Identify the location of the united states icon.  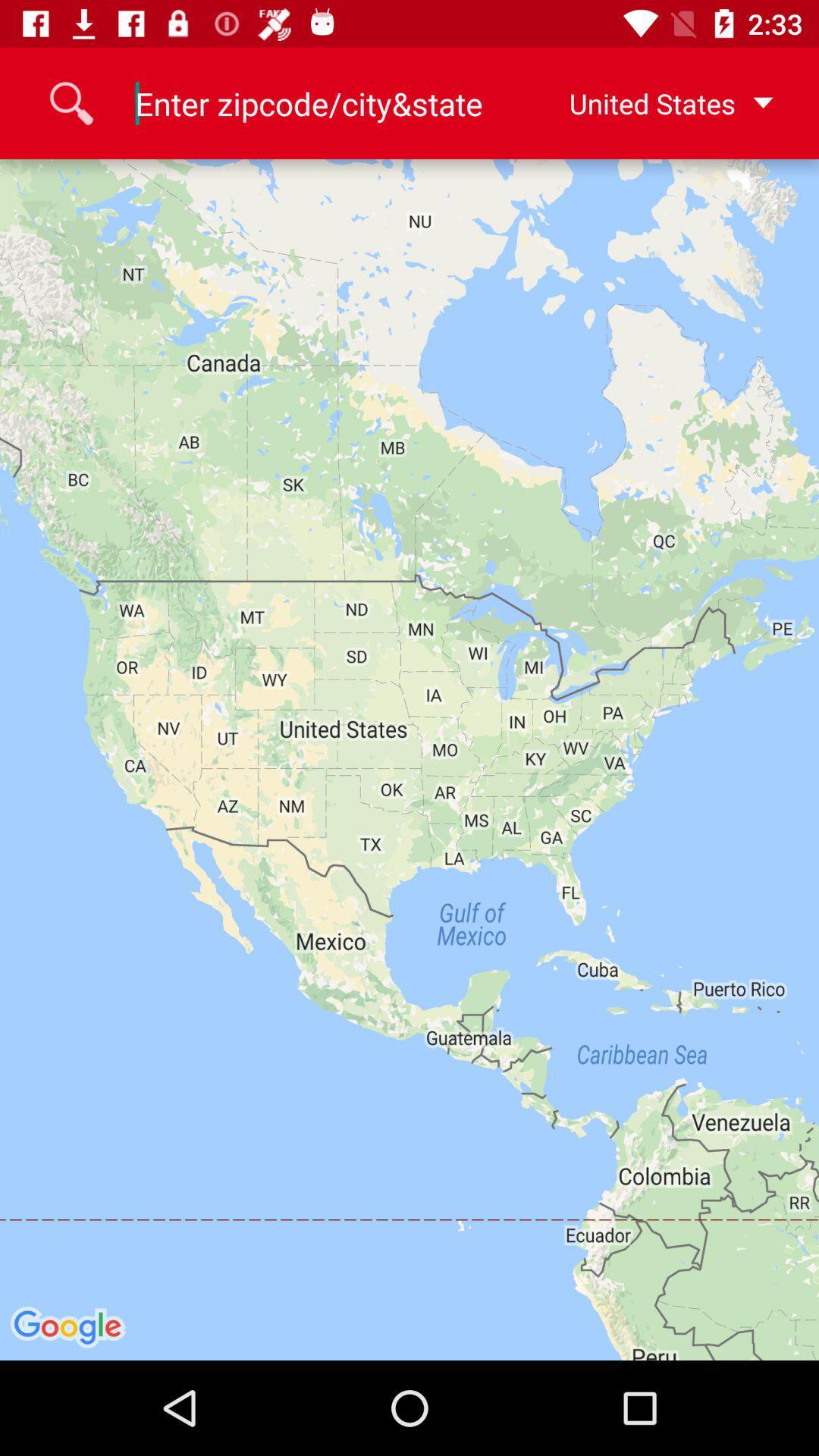
(647, 102).